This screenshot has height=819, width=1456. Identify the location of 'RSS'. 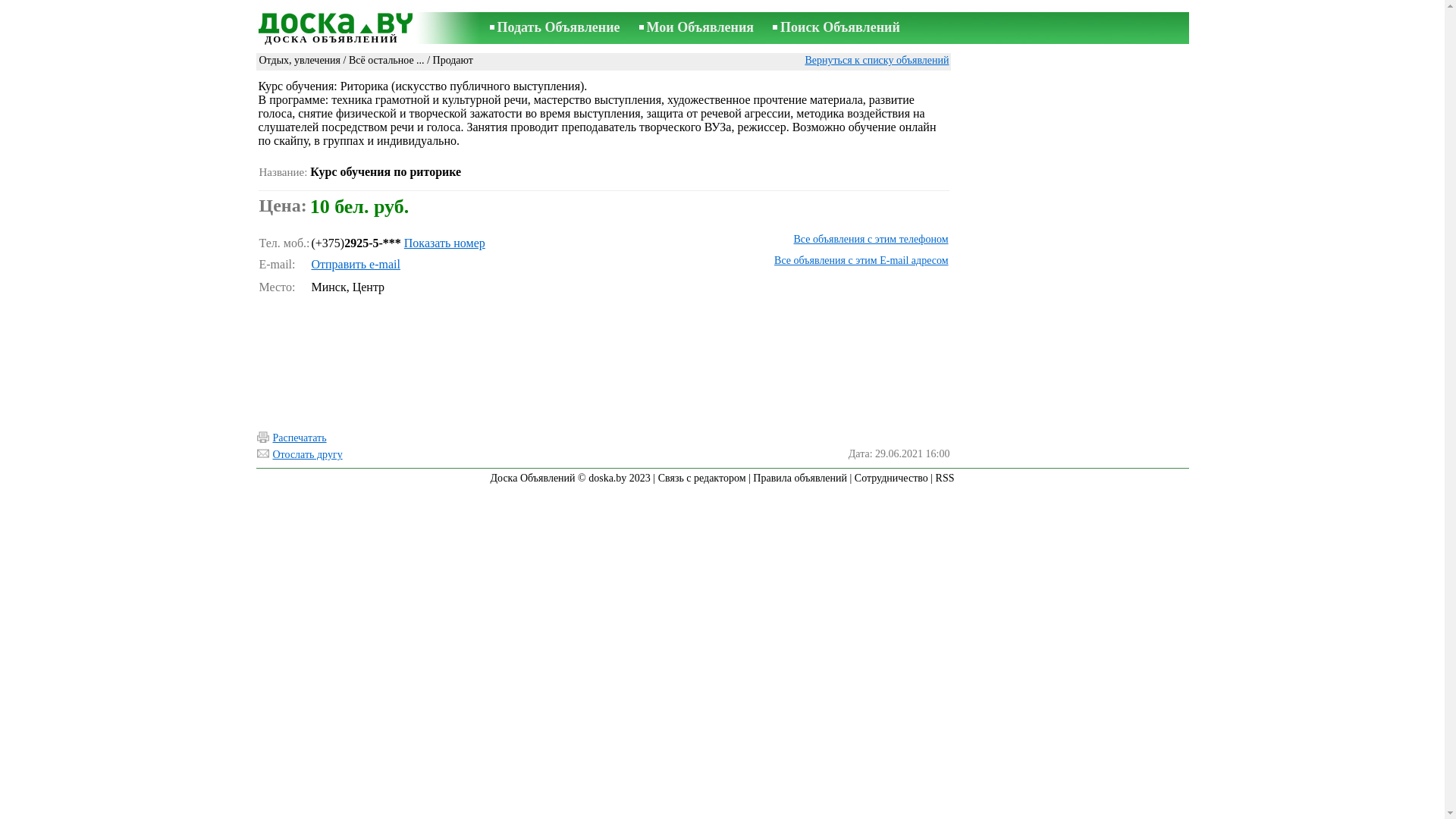
(944, 478).